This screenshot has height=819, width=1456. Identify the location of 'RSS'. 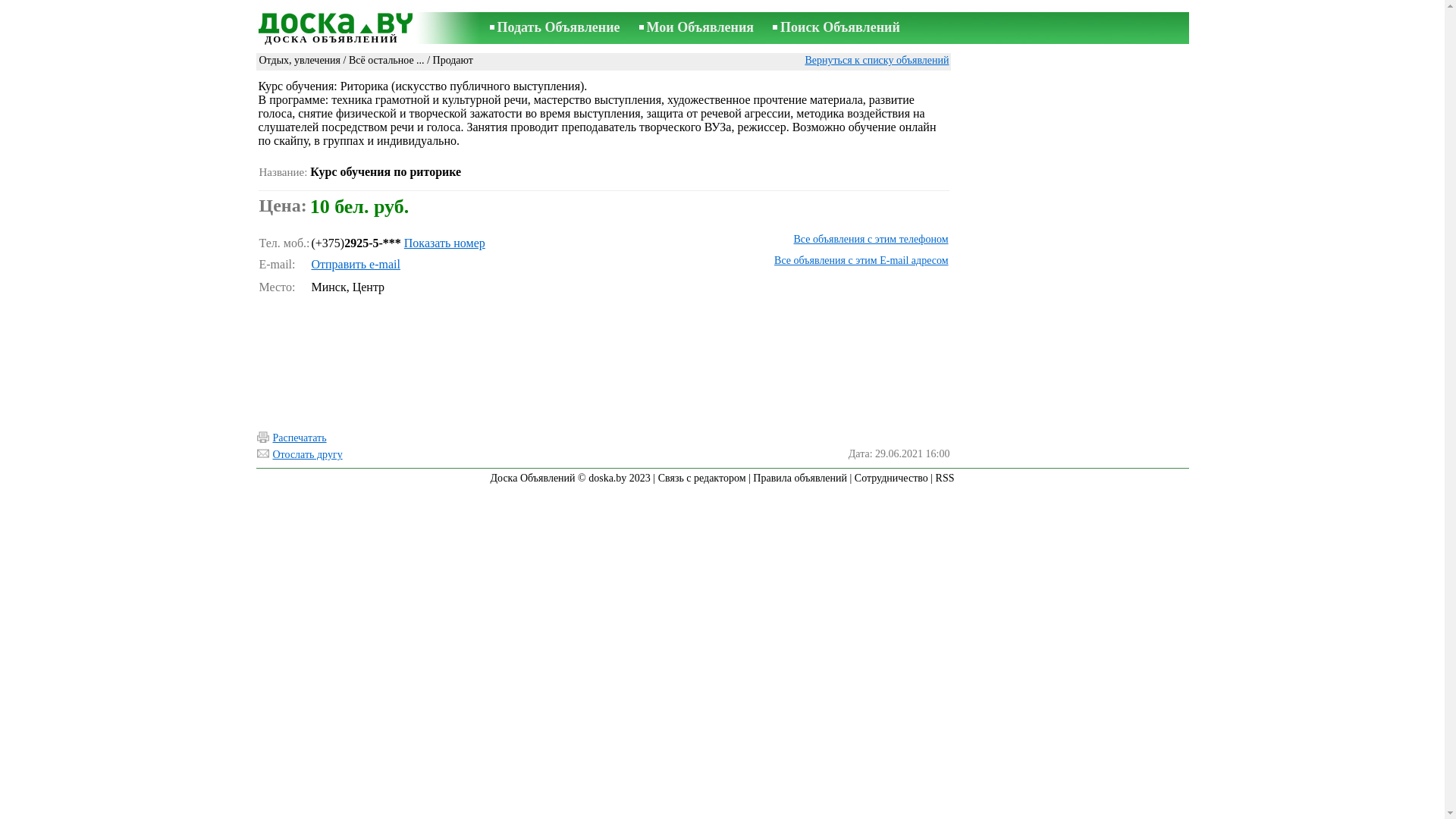
(944, 478).